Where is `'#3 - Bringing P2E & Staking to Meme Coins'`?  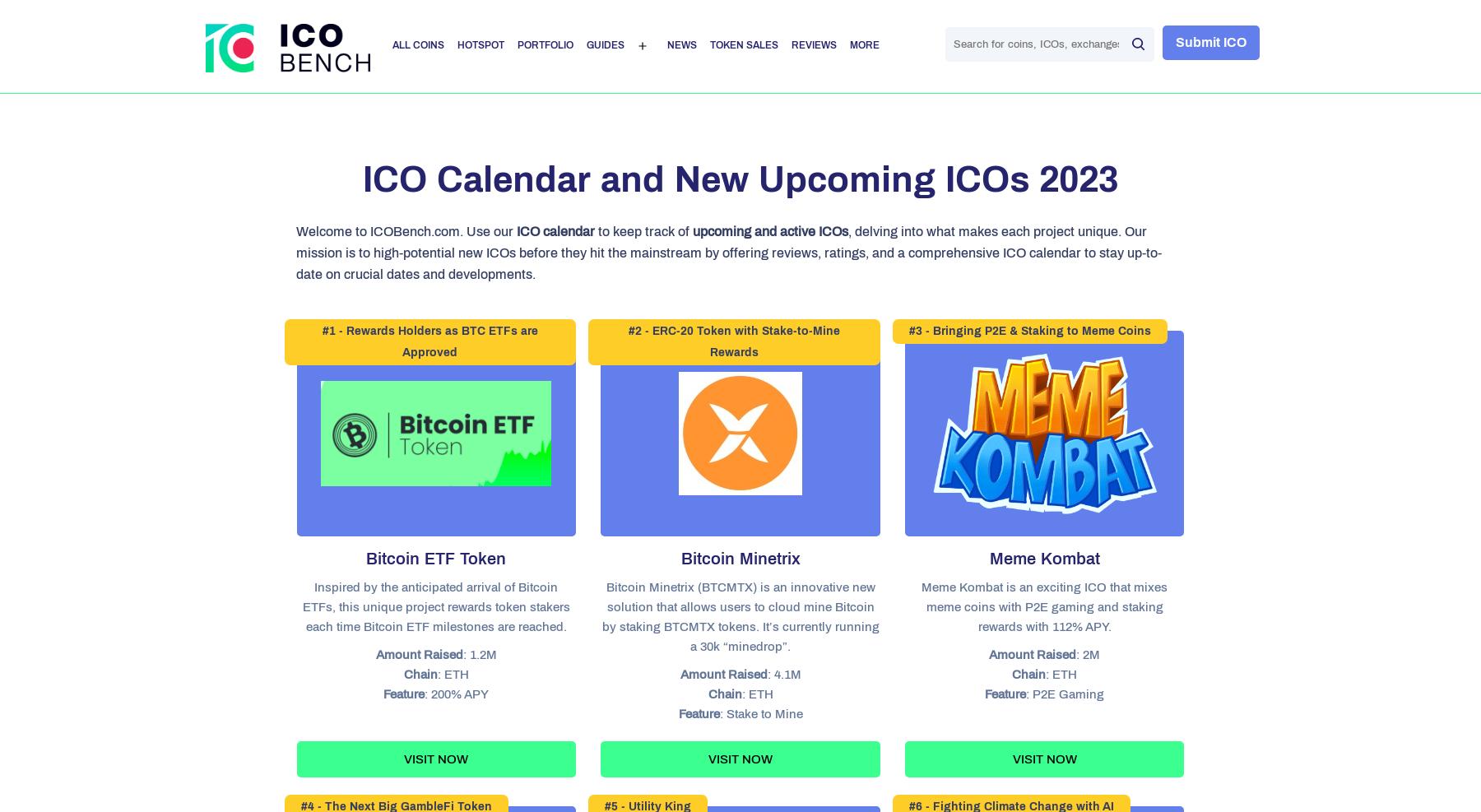 '#3 - Bringing P2E & Staking to Meme Coins' is located at coordinates (908, 331).